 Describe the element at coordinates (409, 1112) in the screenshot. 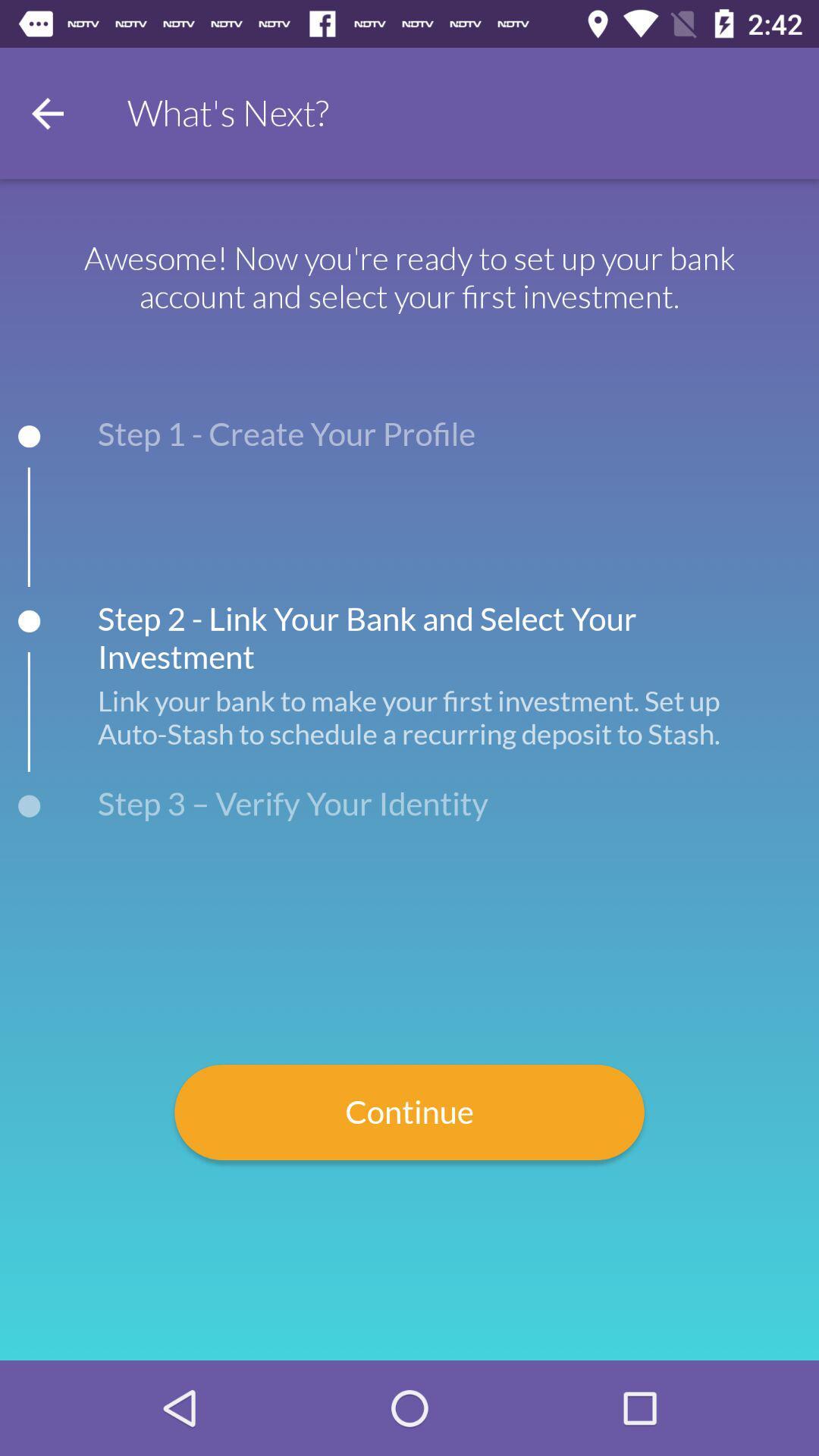

I see `icon below the step 3 verify` at that location.